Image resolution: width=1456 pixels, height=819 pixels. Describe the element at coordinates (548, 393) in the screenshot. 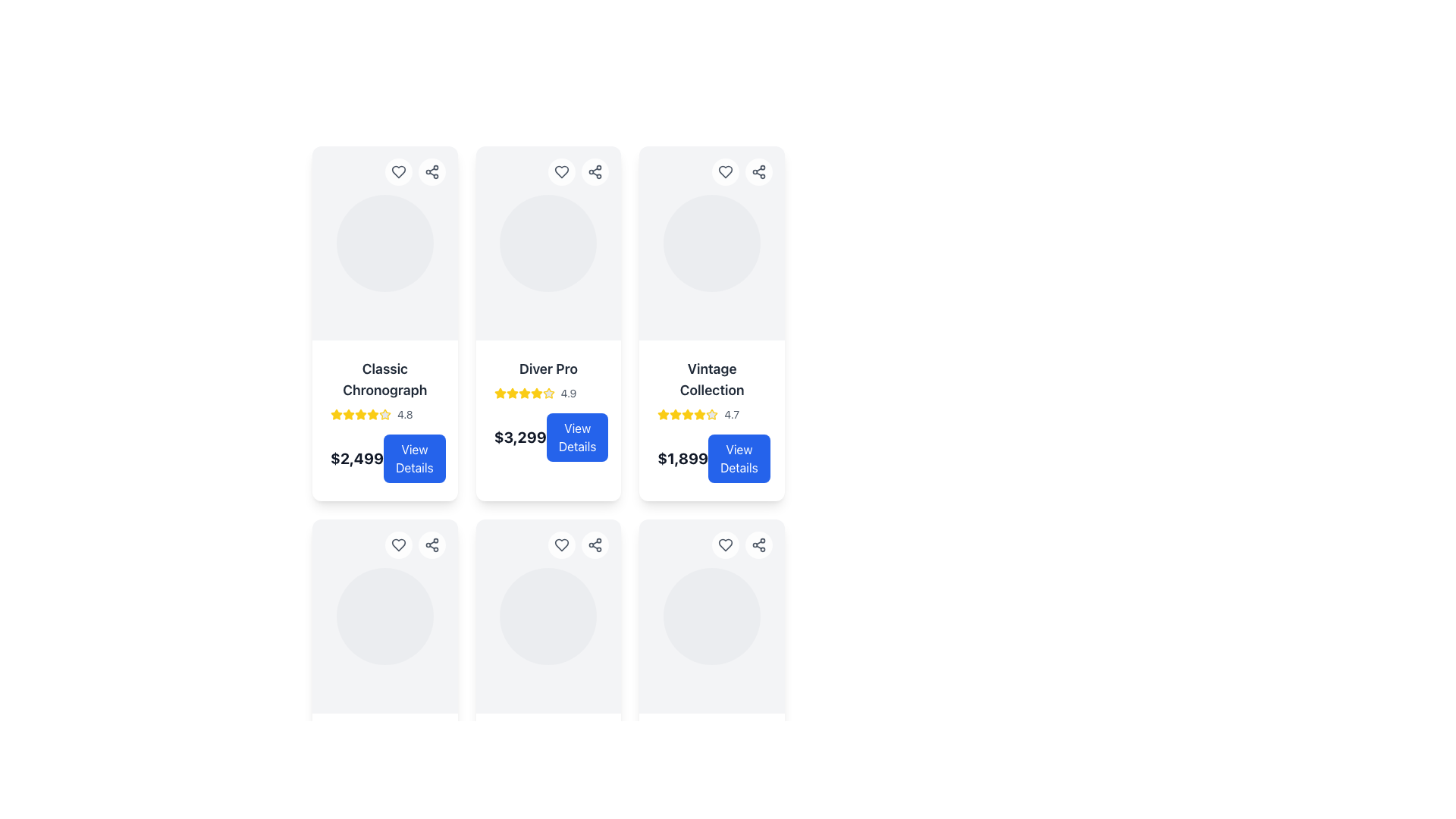

I see `numeric rating score of '4.9' displayed adjacent to the Rating indicator featuring five stars, four filled with yellow and one partially filled, located below the product title 'Diver Pro'` at that location.